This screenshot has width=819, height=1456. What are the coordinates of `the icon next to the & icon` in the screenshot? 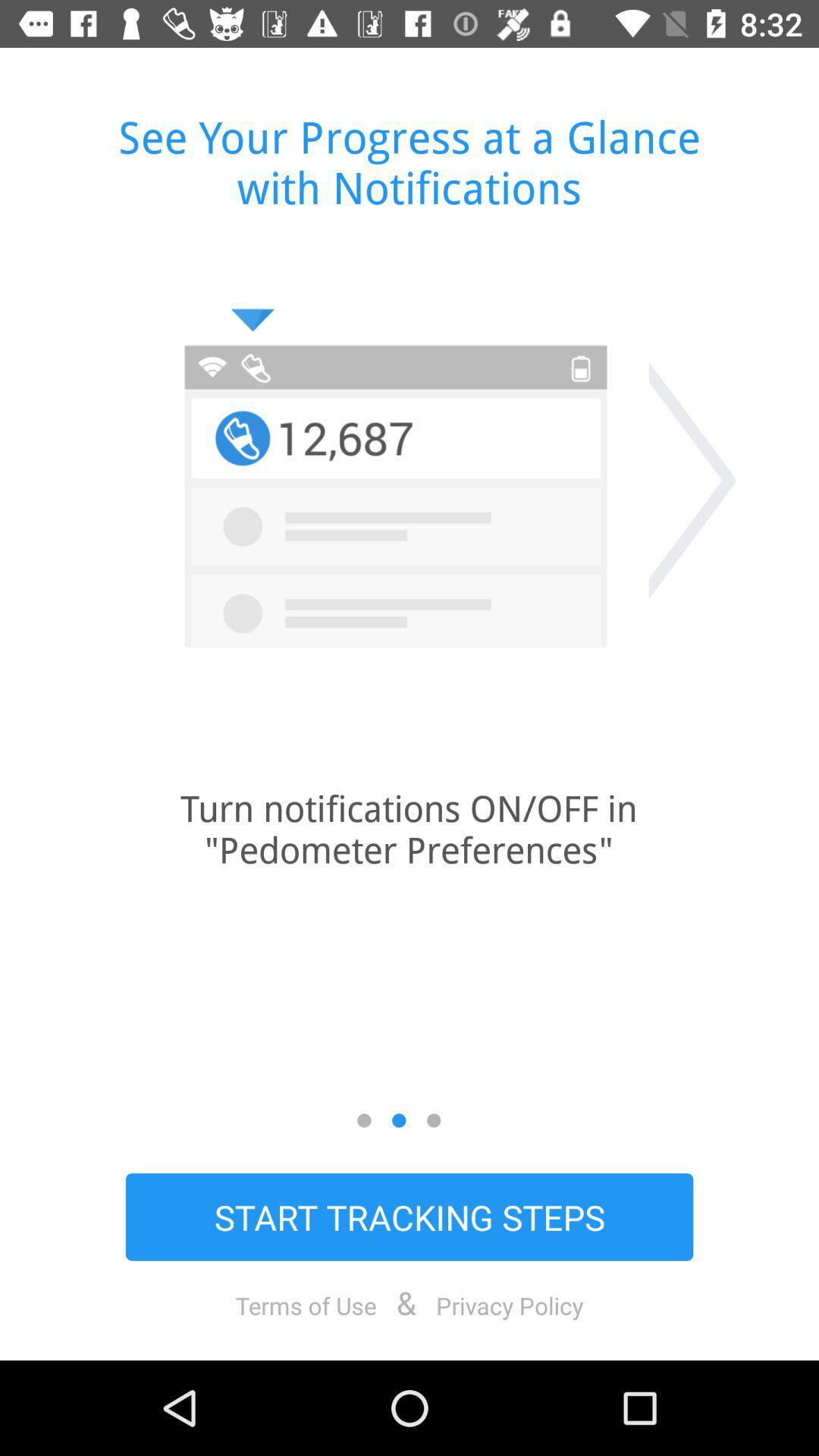 It's located at (510, 1304).